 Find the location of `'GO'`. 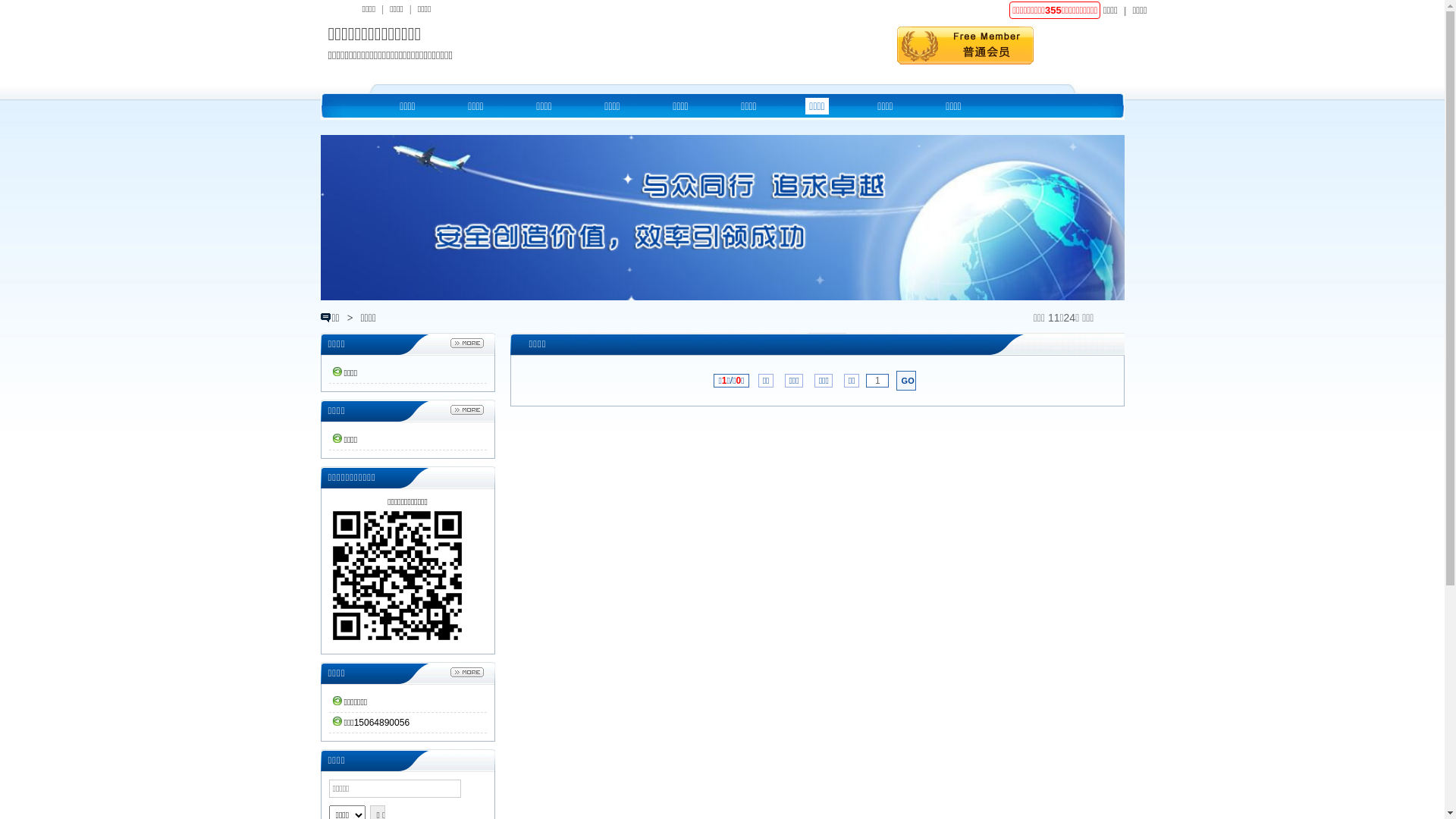

'GO' is located at coordinates (906, 379).